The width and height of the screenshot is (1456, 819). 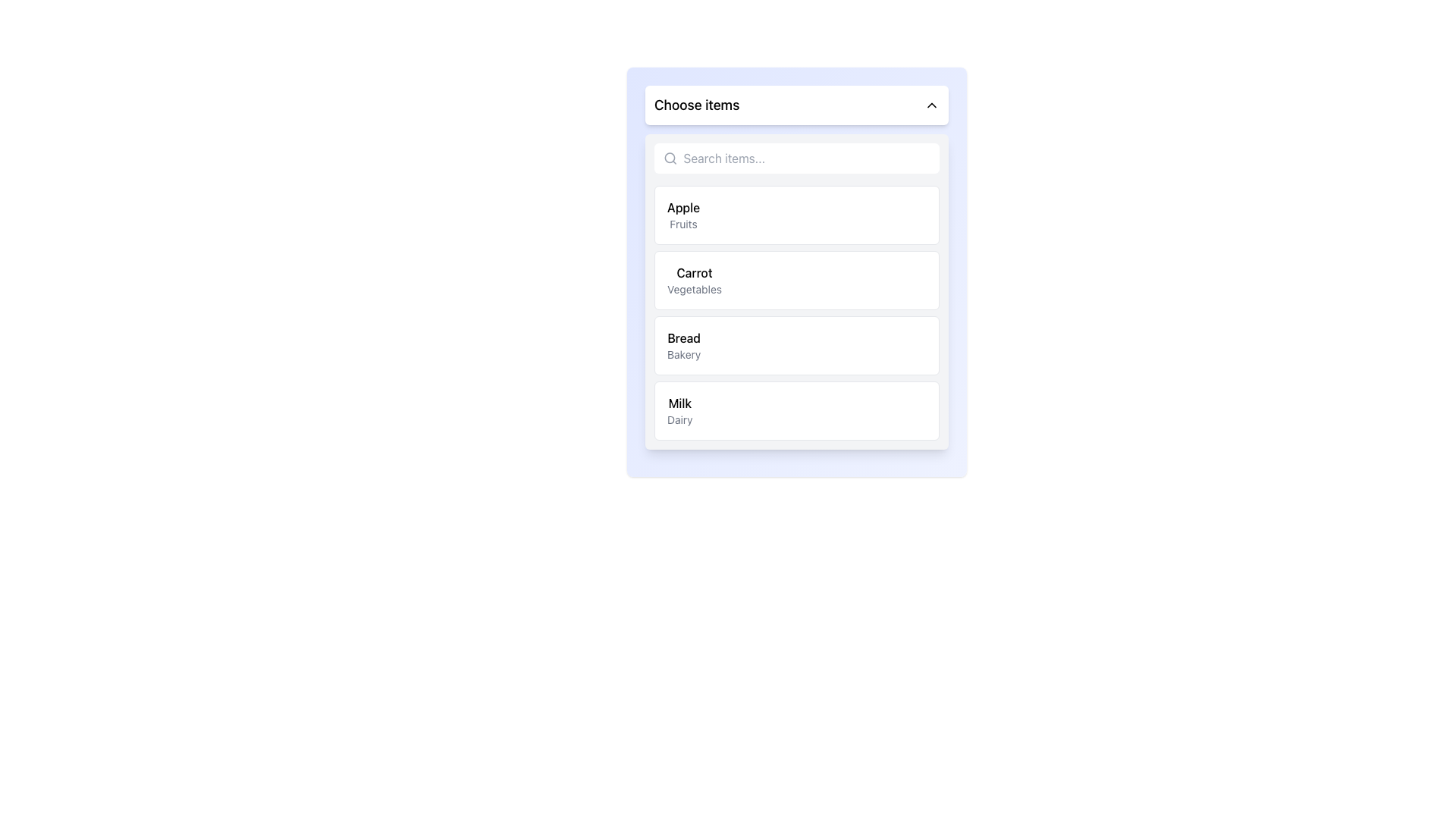 I want to click on text information from the label element representing 'Carrot' categorized under 'Vegetables', located in a vertical list below 'Apple' and above 'Bread', so click(x=694, y=281).